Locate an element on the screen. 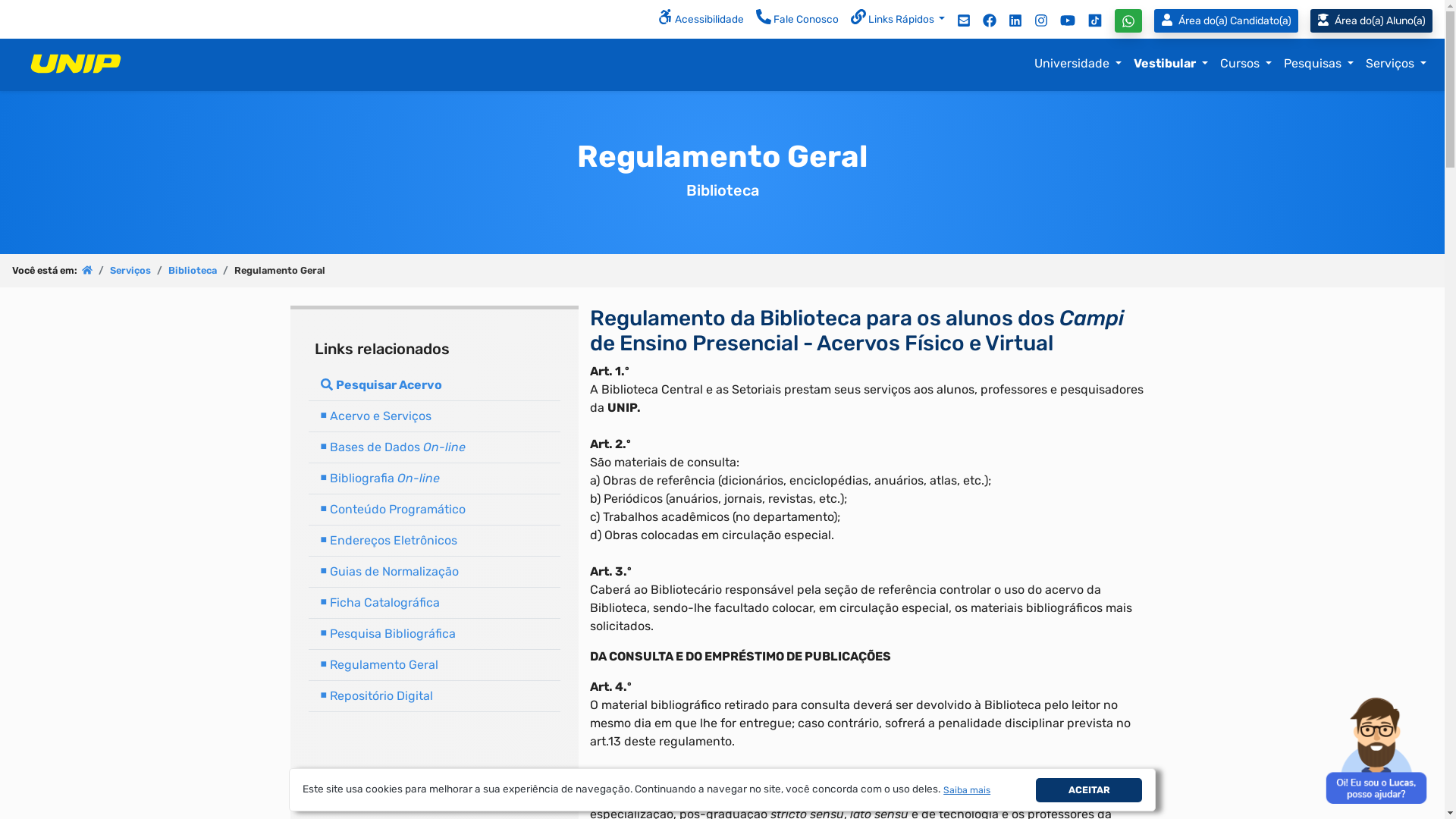 This screenshot has width=1456, height=819. 'Vestibular' is located at coordinates (1170, 63).